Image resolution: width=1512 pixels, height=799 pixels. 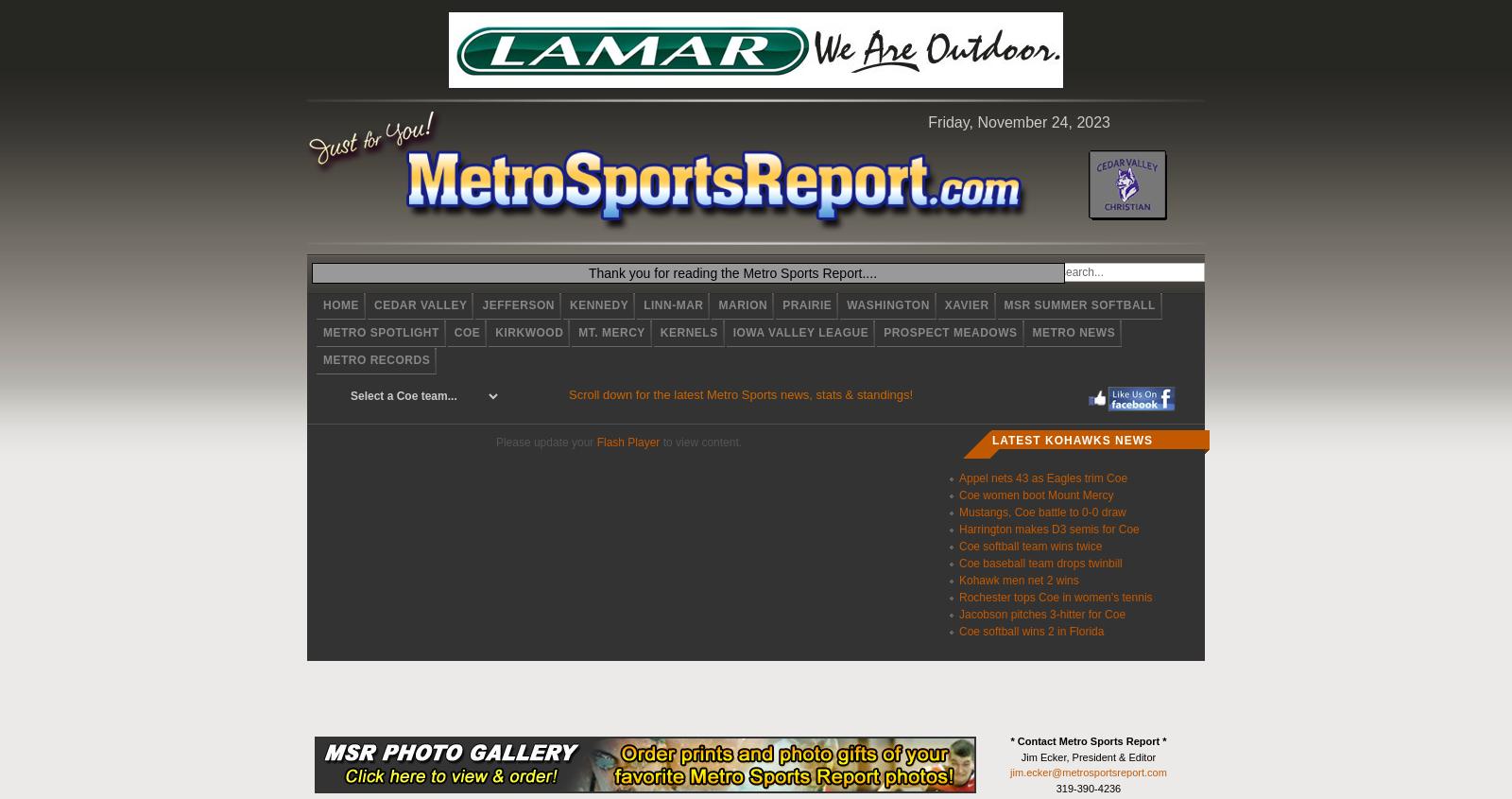 What do you see at coordinates (966, 304) in the screenshot?
I see `'Xavier'` at bounding box center [966, 304].